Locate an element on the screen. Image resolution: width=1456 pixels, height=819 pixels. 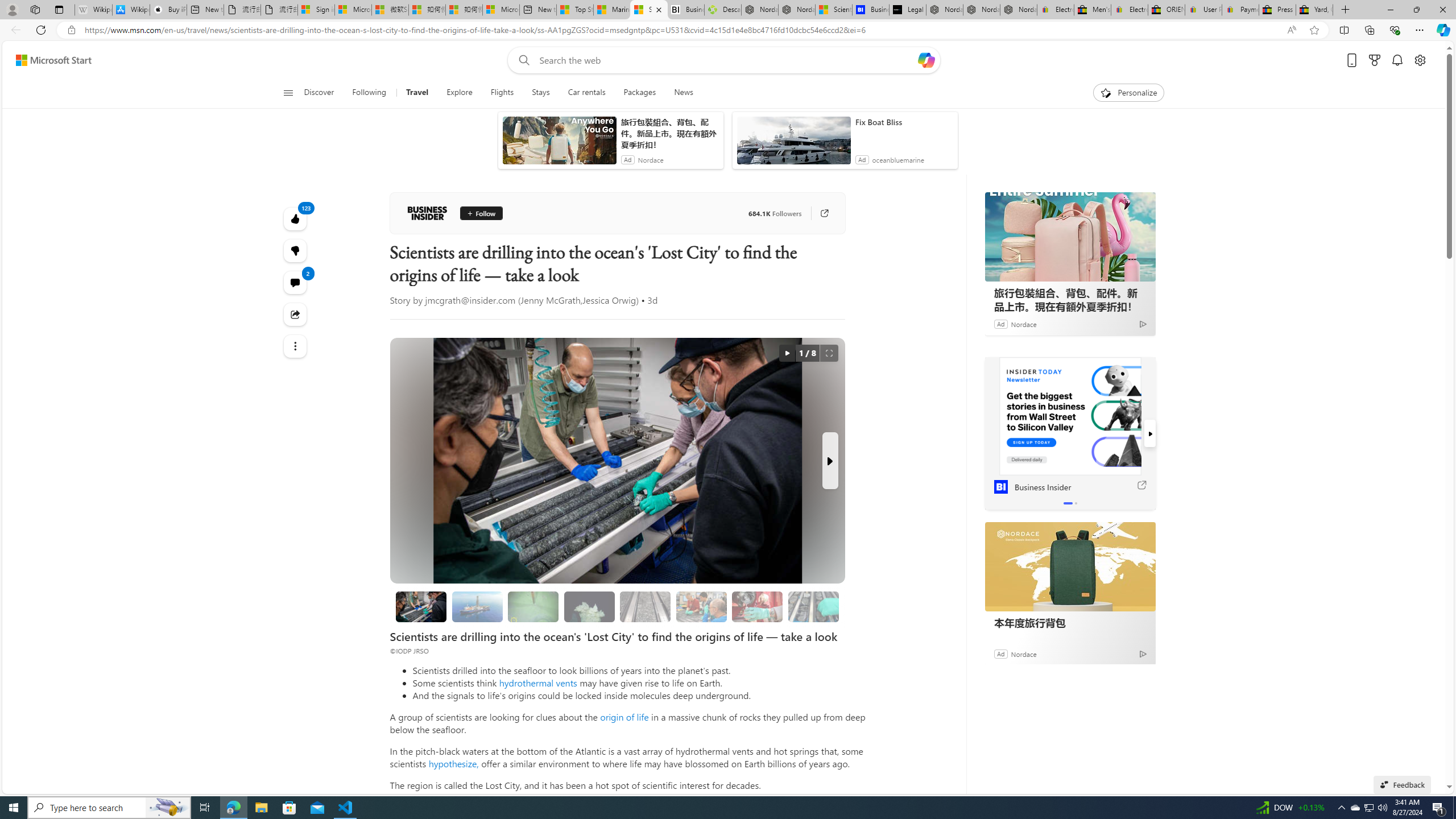
'origin of life' is located at coordinates (624, 717).